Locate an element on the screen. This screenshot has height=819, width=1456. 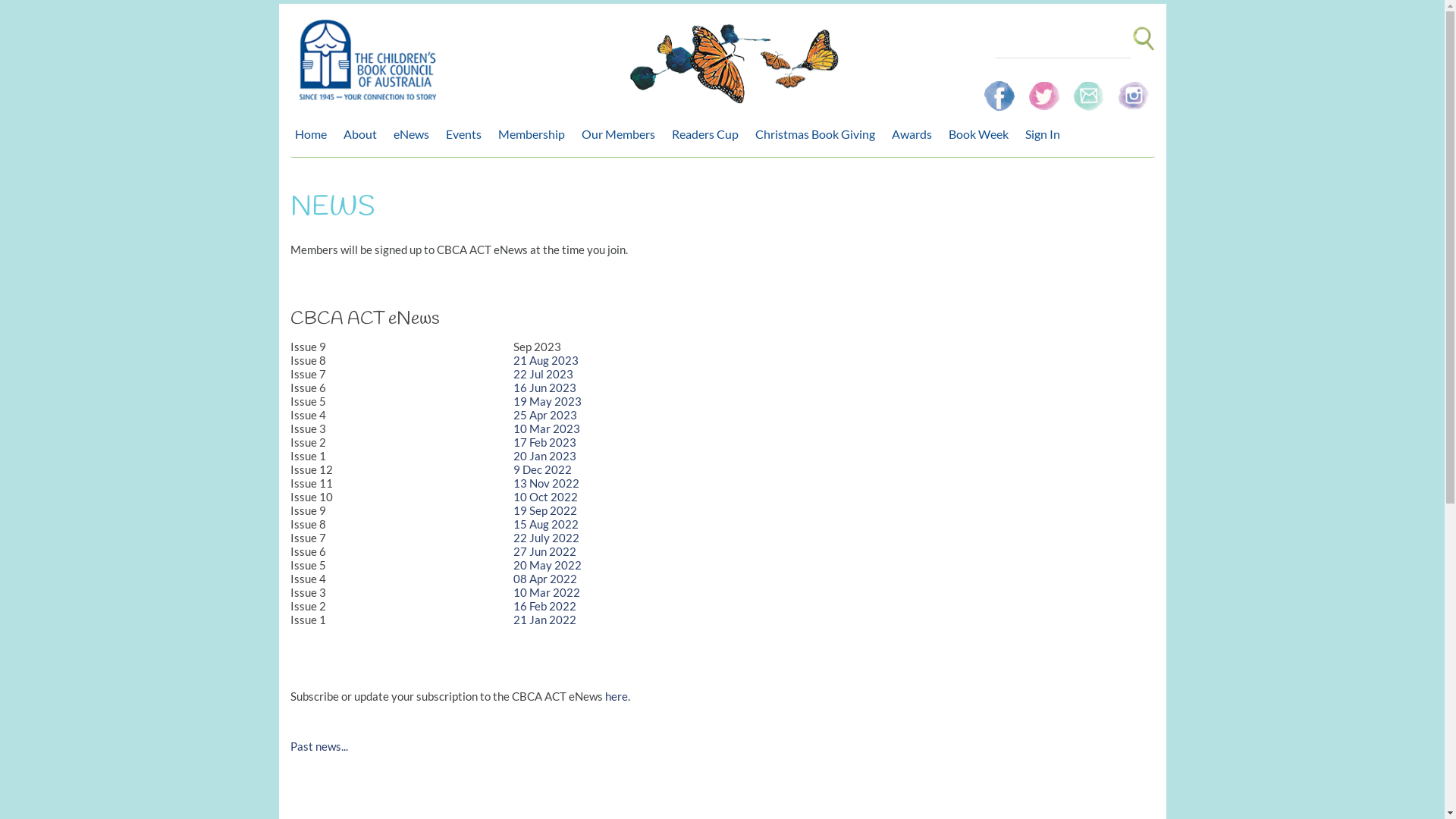
'Facebook' is located at coordinates (1000, 89).